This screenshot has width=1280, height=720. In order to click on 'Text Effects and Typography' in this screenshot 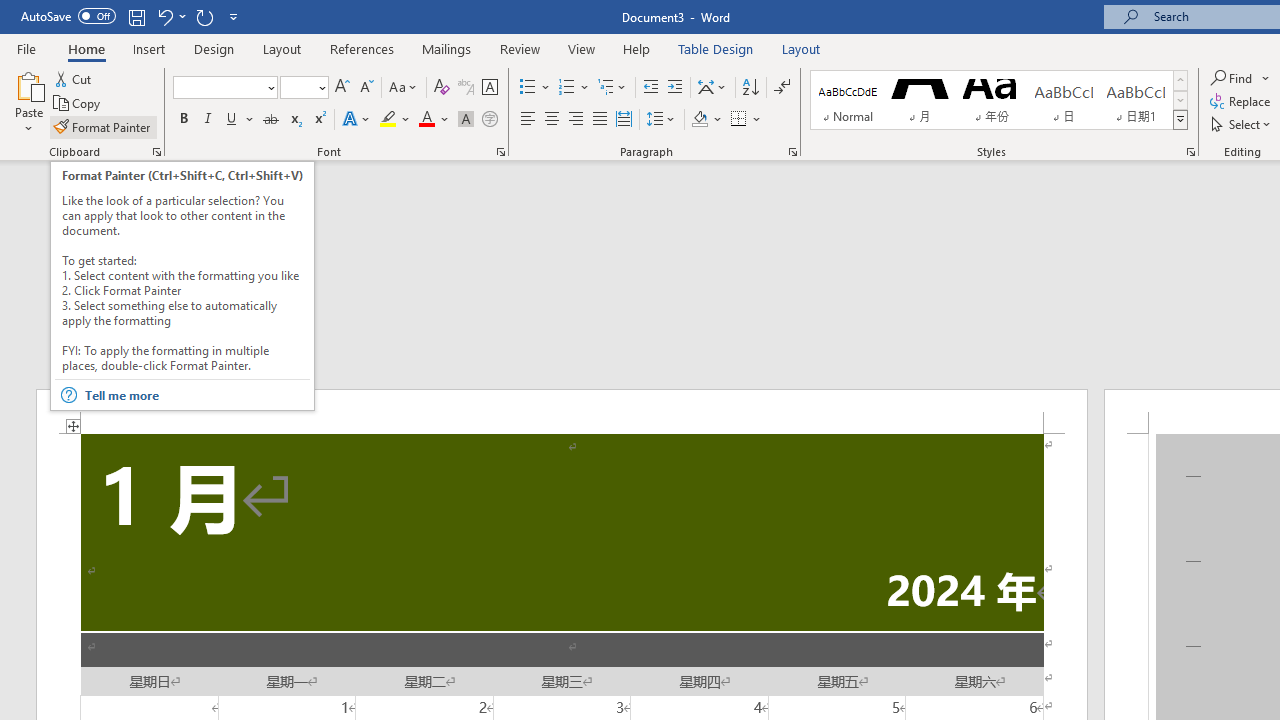, I will do `click(357, 119)`.